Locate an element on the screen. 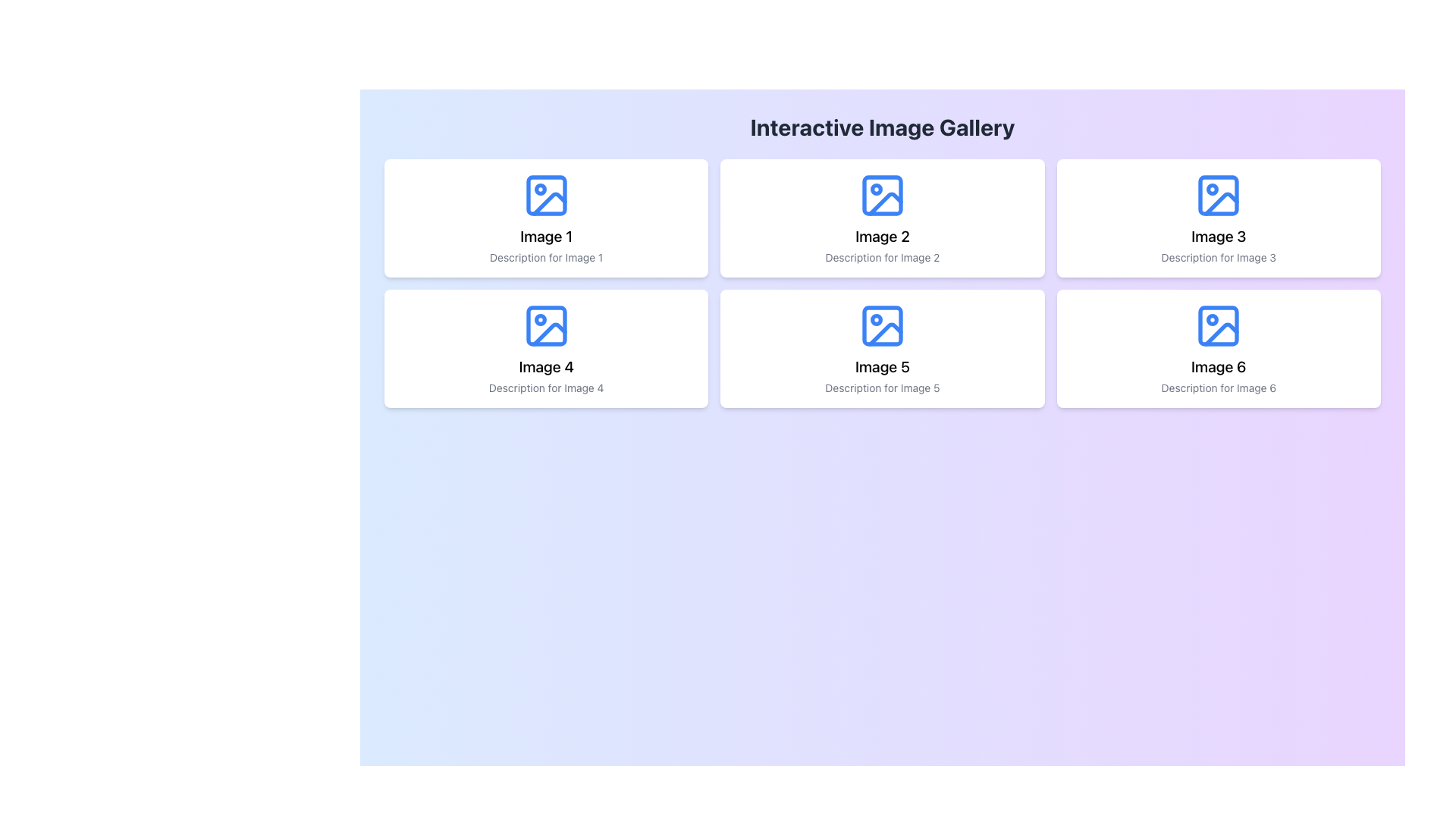 This screenshot has width=1456, height=819. the small rectangle with rounded corners located inside the image frame icon in the second card labeled 'Image 2' is located at coordinates (882, 195).